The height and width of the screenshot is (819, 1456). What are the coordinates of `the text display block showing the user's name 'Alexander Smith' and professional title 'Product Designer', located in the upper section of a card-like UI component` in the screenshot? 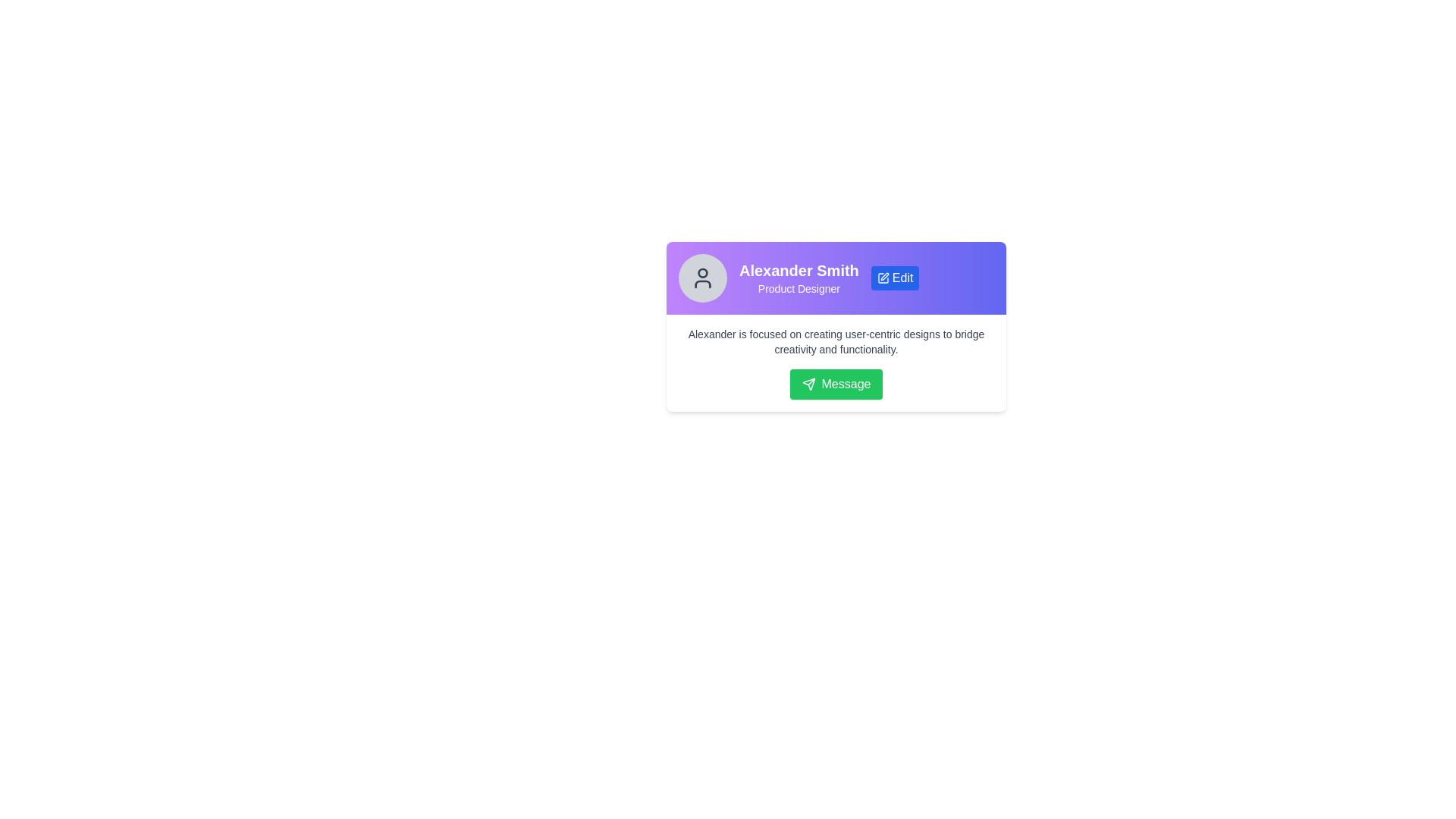 It's located at (798, 278).